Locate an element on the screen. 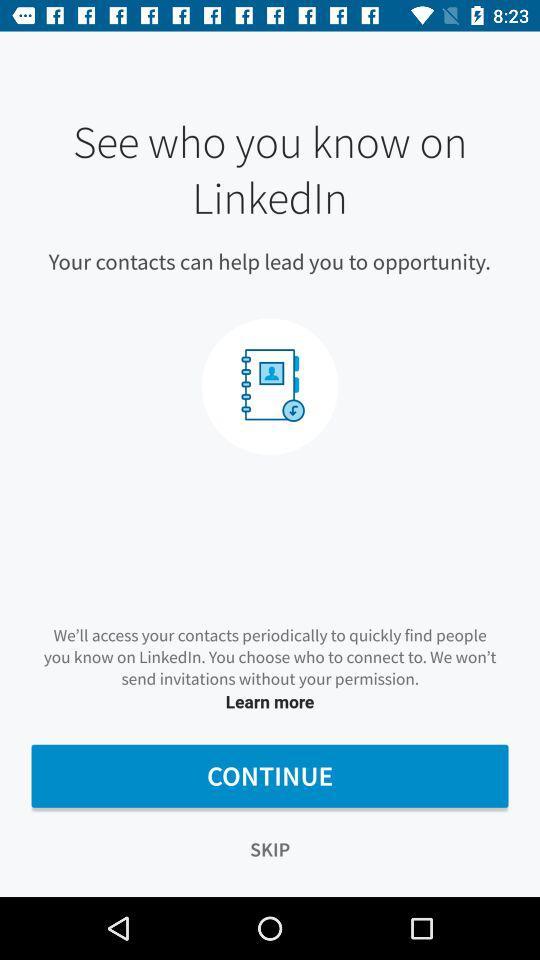 The height and width of the screenshot is (960, 540). icon above the skip icon is located at coordinates (270, 775).